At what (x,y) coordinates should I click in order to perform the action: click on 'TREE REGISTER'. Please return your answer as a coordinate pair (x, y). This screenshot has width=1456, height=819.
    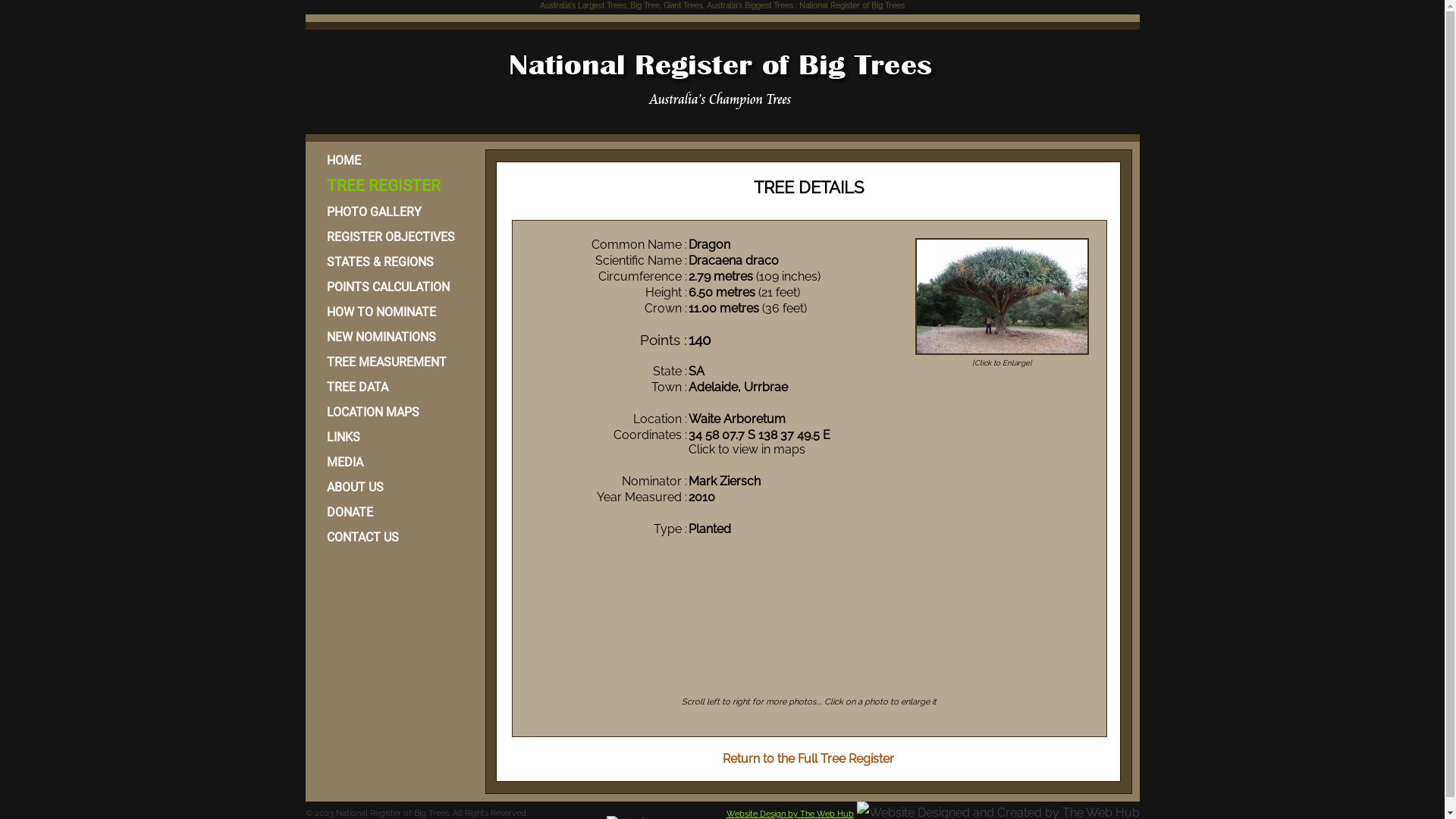
    Looking at the image, I should click on (312, 185).